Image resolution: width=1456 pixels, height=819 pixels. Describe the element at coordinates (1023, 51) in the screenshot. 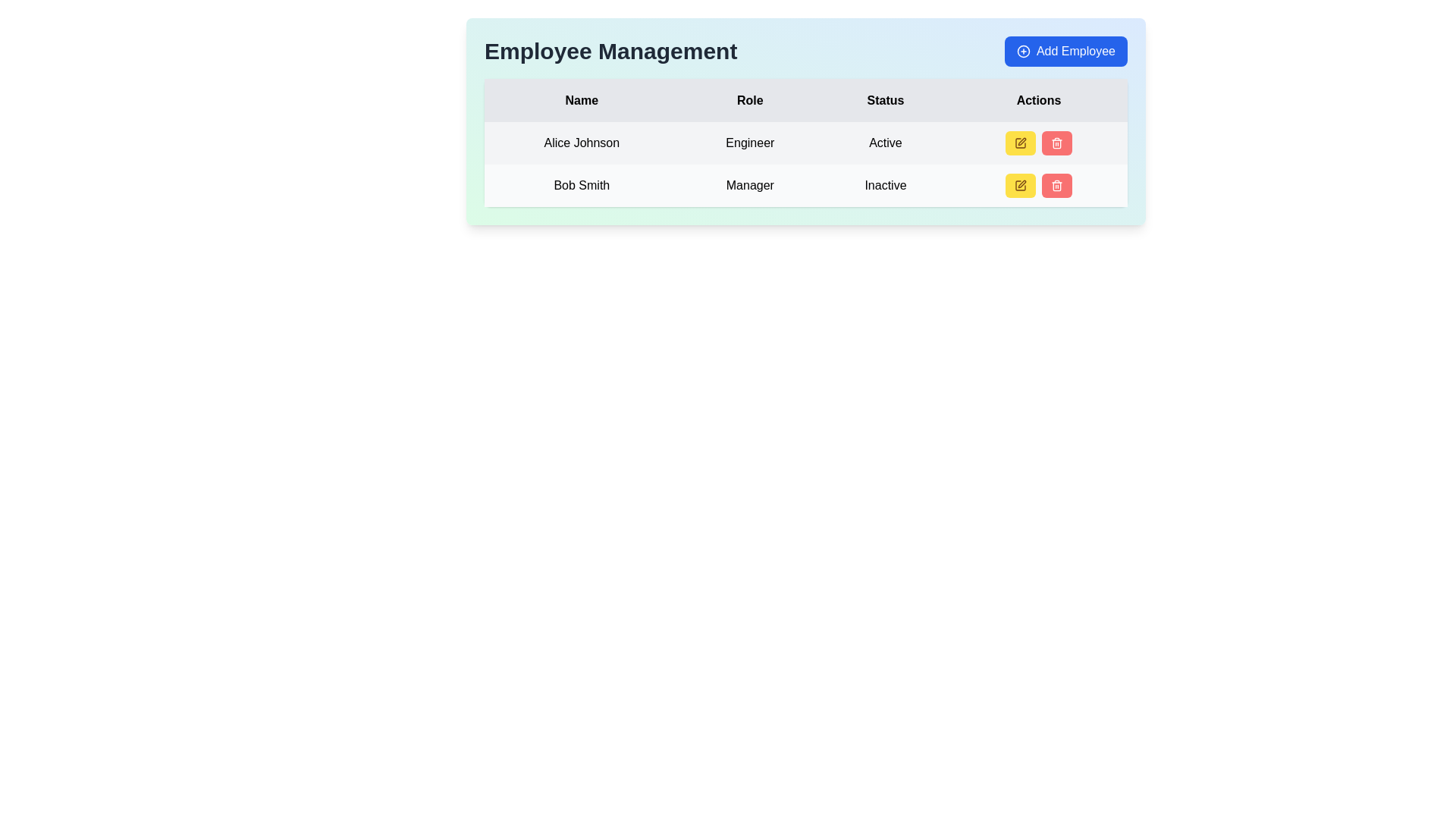

I see `the 'Add Employee' icon located within the button at the top-right corner of the interface, which visually indicates the addition of new items` at that location.